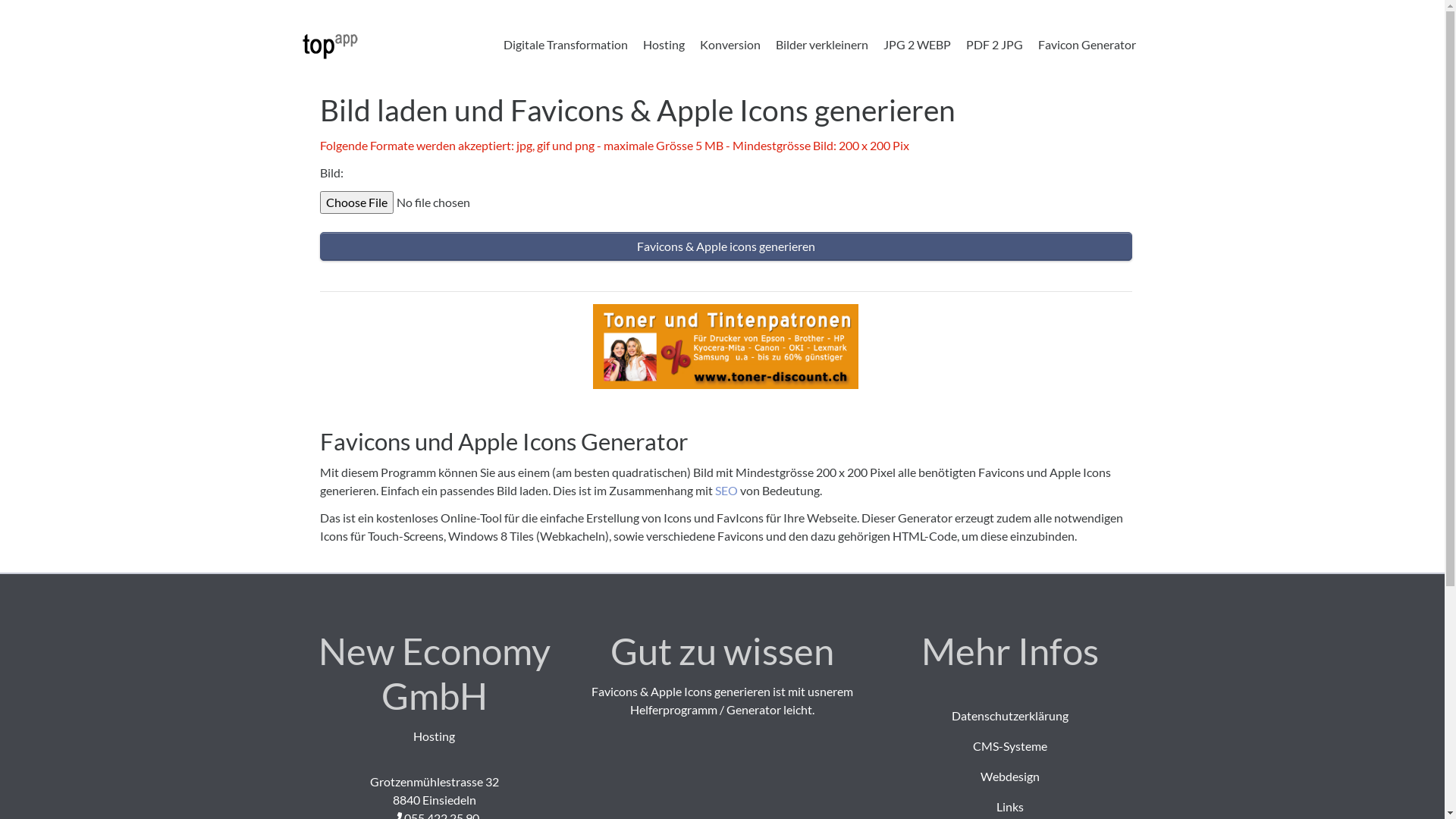 This screenshot has width=1456, height=819. I want to click on 'Konversion', so click(729, 43).